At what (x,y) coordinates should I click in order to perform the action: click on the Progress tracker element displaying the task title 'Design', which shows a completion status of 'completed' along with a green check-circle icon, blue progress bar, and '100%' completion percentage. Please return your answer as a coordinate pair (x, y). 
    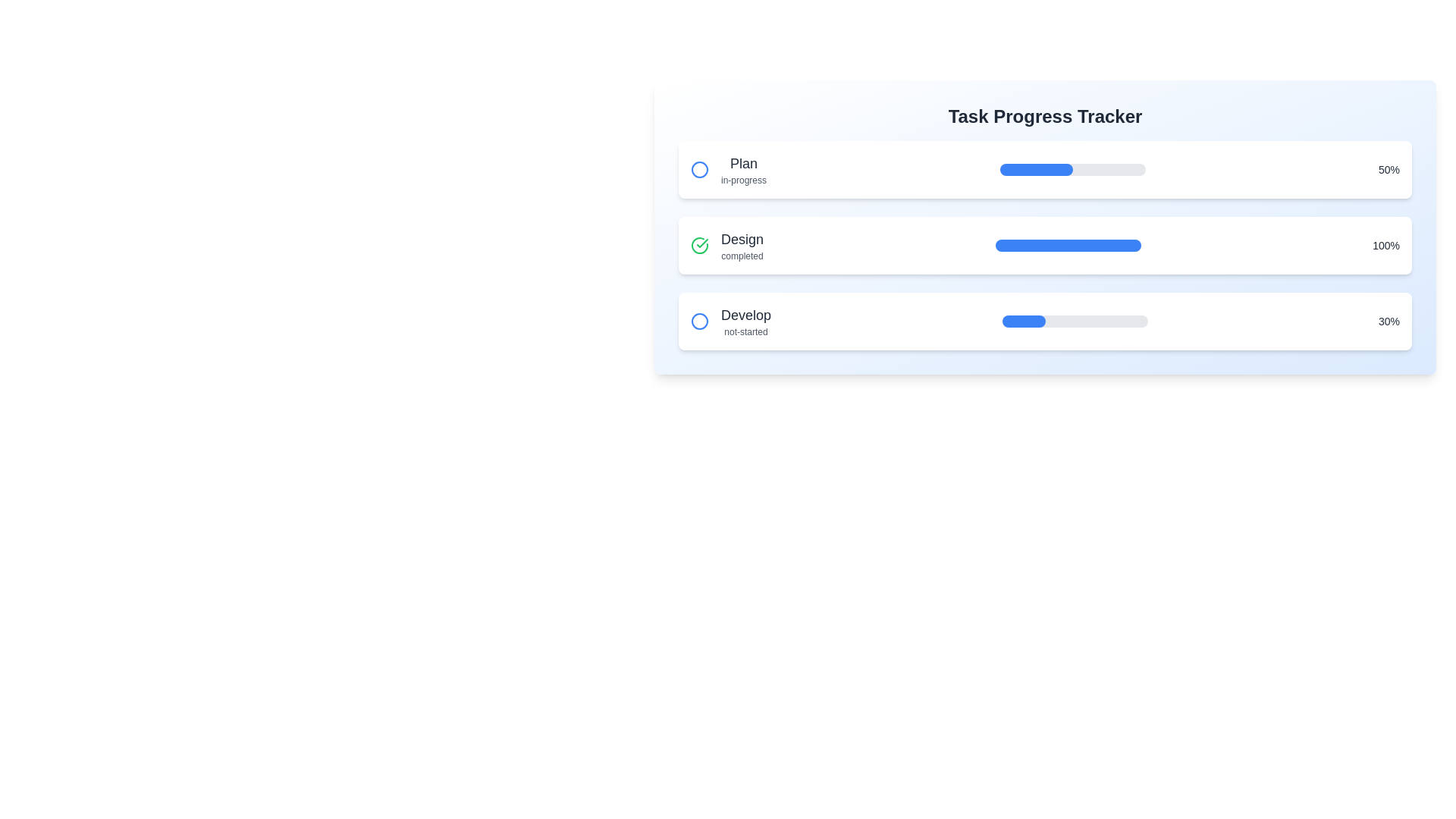
    Looking at the image, I should click on (1044, 245).